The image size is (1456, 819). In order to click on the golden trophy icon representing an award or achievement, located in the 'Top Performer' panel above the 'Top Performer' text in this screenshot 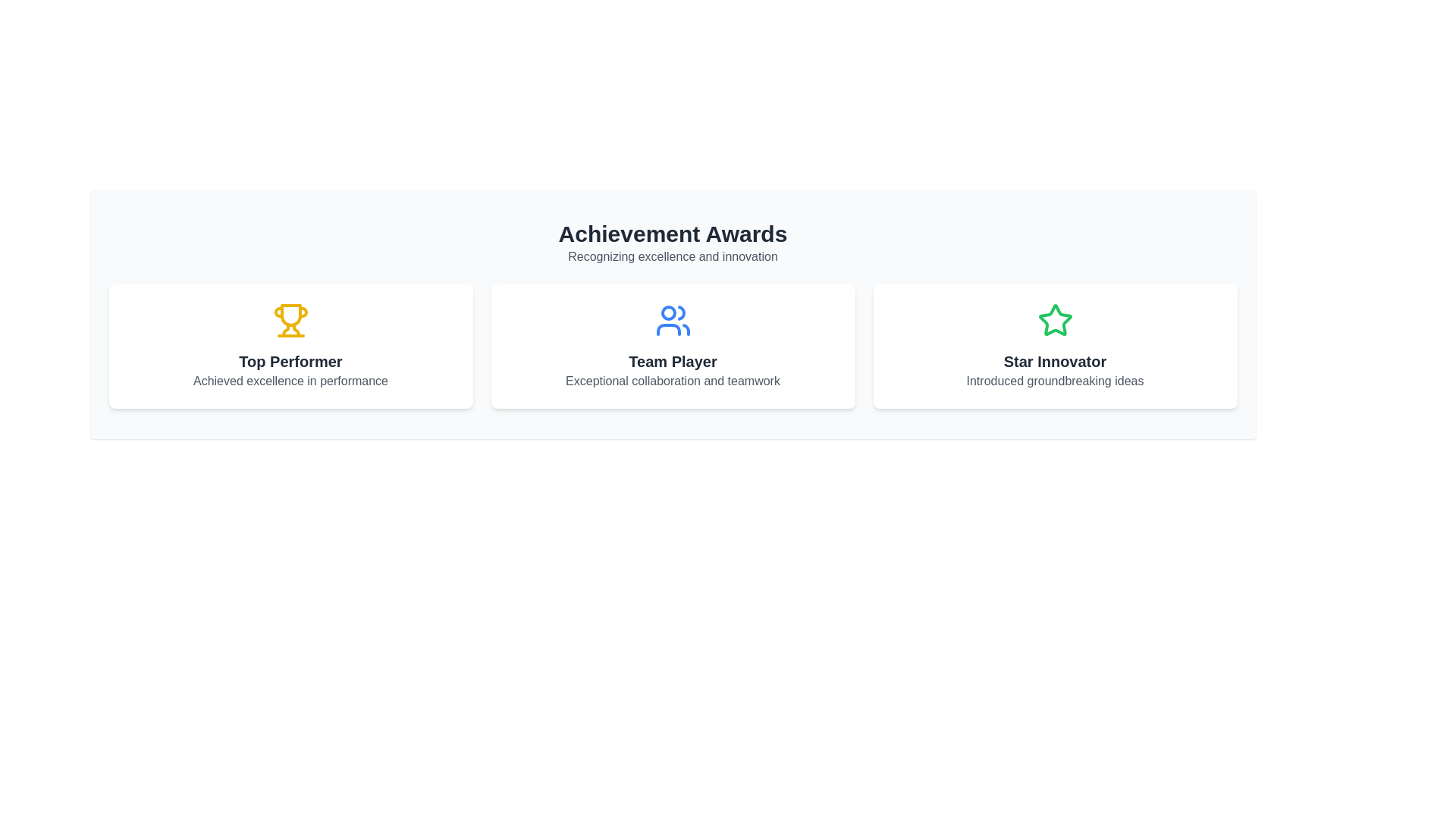, I will do `click(290, 320)`.